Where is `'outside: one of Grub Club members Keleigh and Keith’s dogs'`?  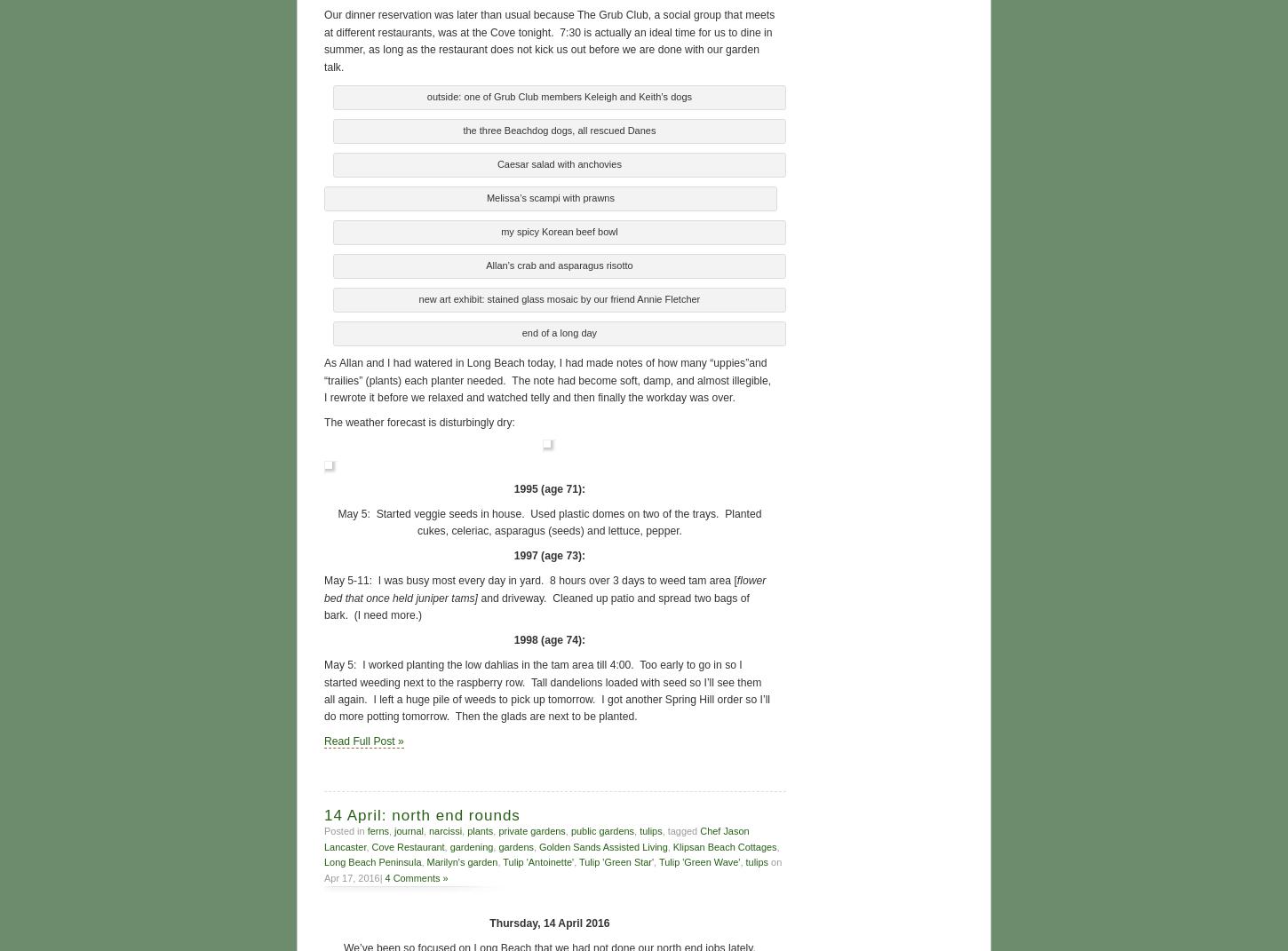 'outside: one of Grub Club members Keleigh and Keith’s dogs' is located at coordinates (558, 94).